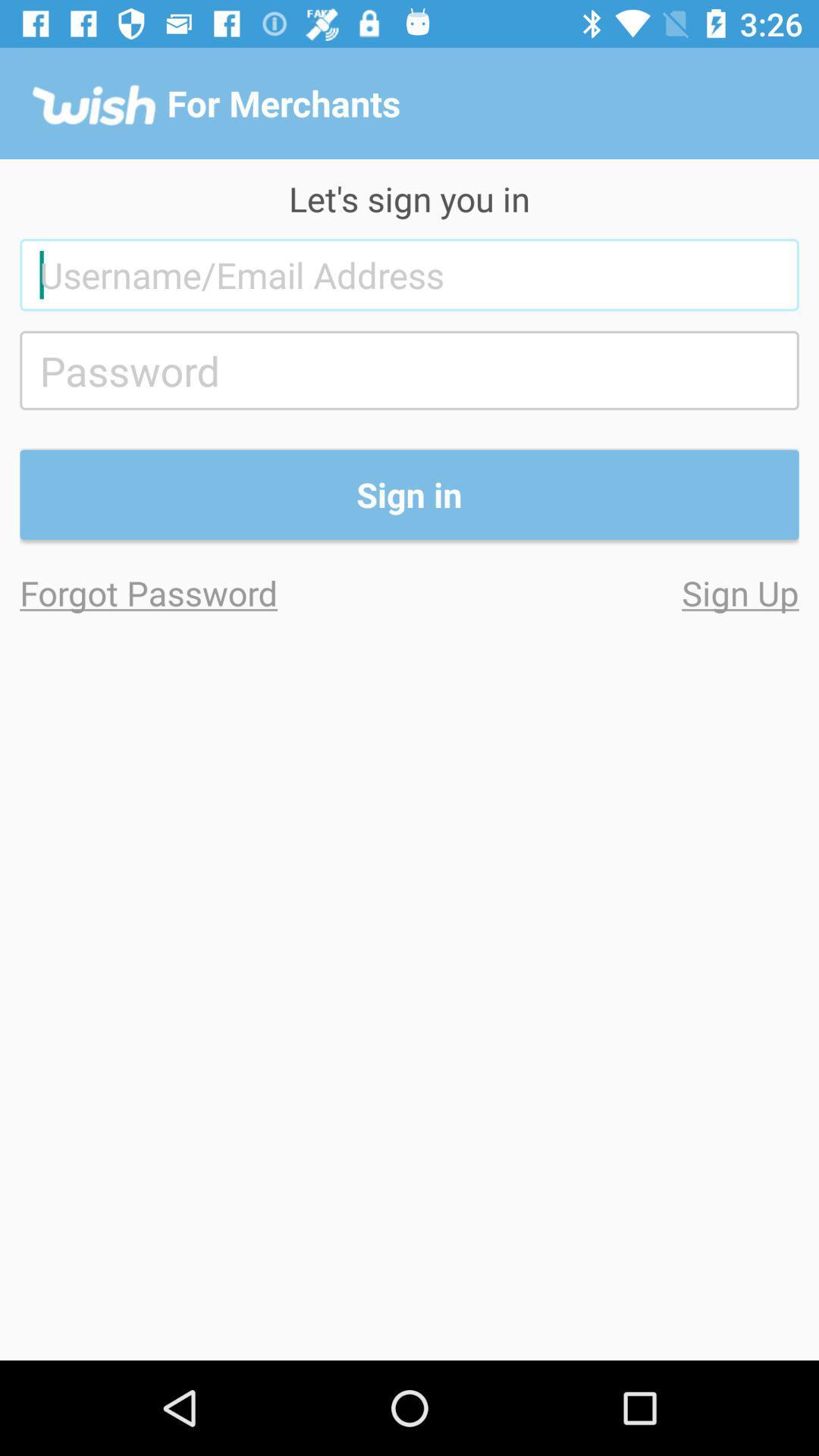 This screenshot has width=819, height=1456. What do you see at coordinates (603, 591) in the screenshot?
I see `sign up` at bounding box center [603, 591].